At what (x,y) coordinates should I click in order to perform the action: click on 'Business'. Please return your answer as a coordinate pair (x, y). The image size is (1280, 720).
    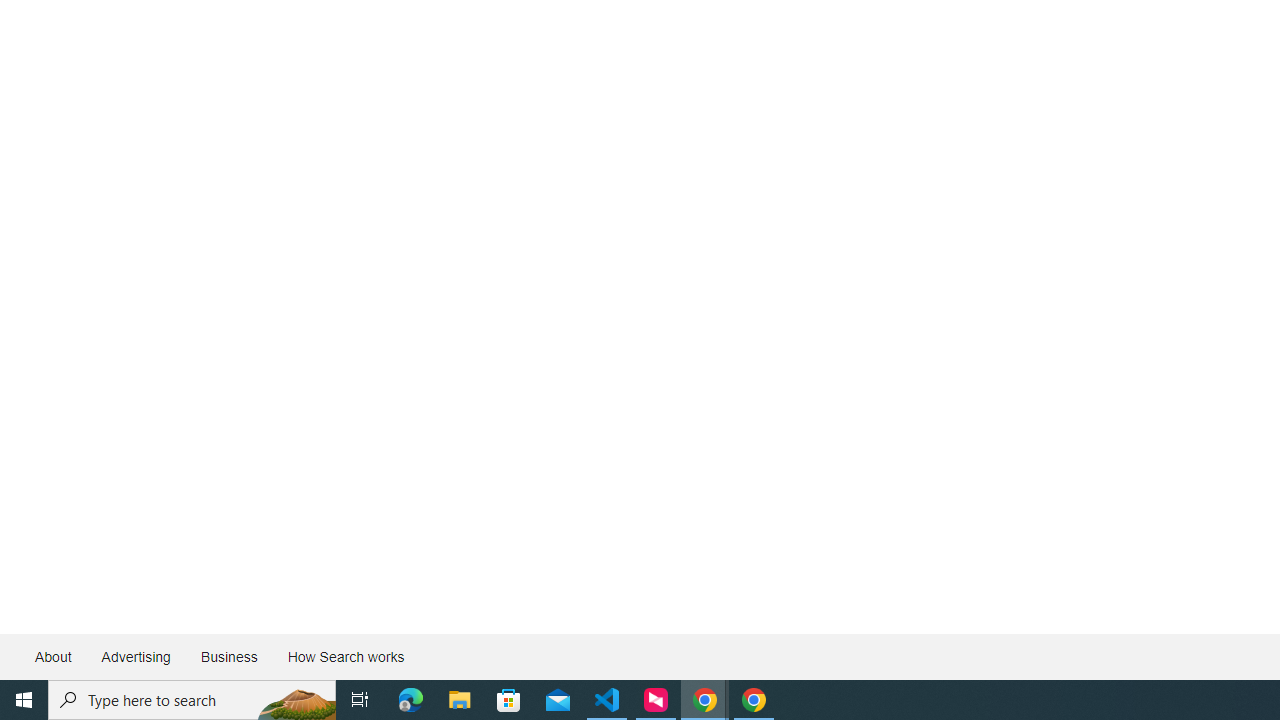
    Looking at the image, I should click on (229, 657).